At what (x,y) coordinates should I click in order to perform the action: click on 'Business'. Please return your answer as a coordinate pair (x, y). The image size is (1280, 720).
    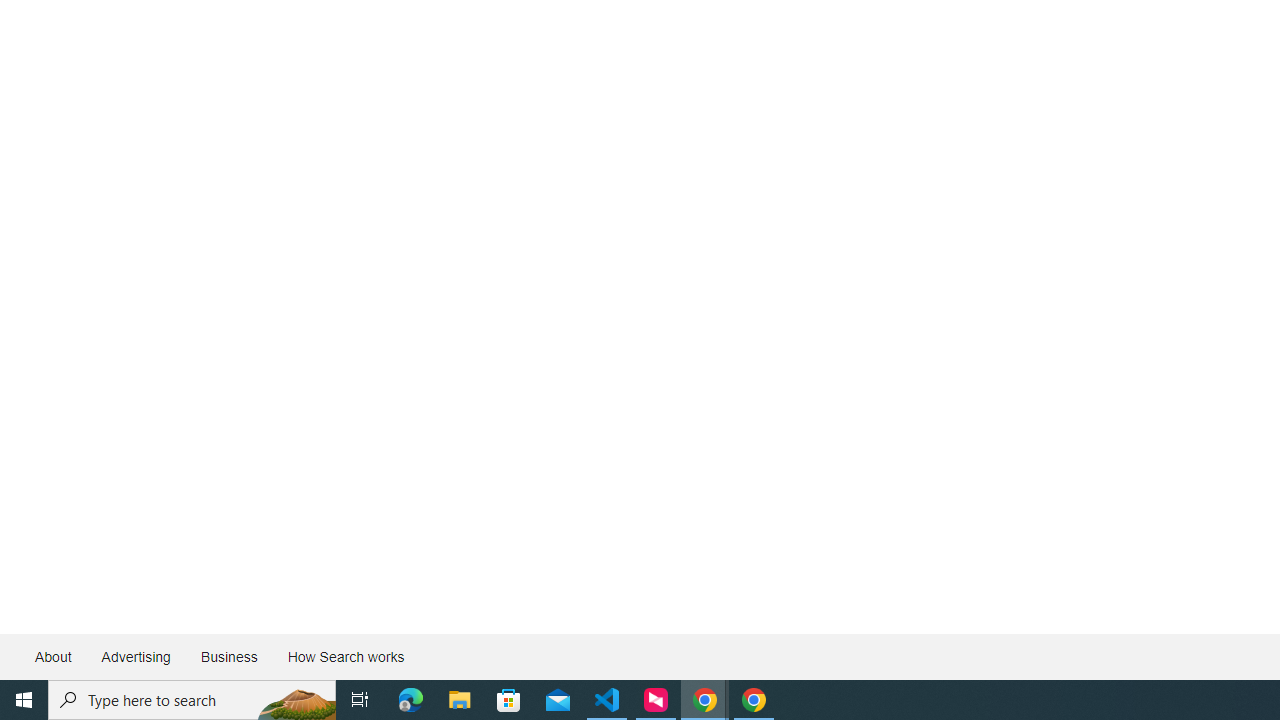
    Looking at the image, I should click on (229, 657).